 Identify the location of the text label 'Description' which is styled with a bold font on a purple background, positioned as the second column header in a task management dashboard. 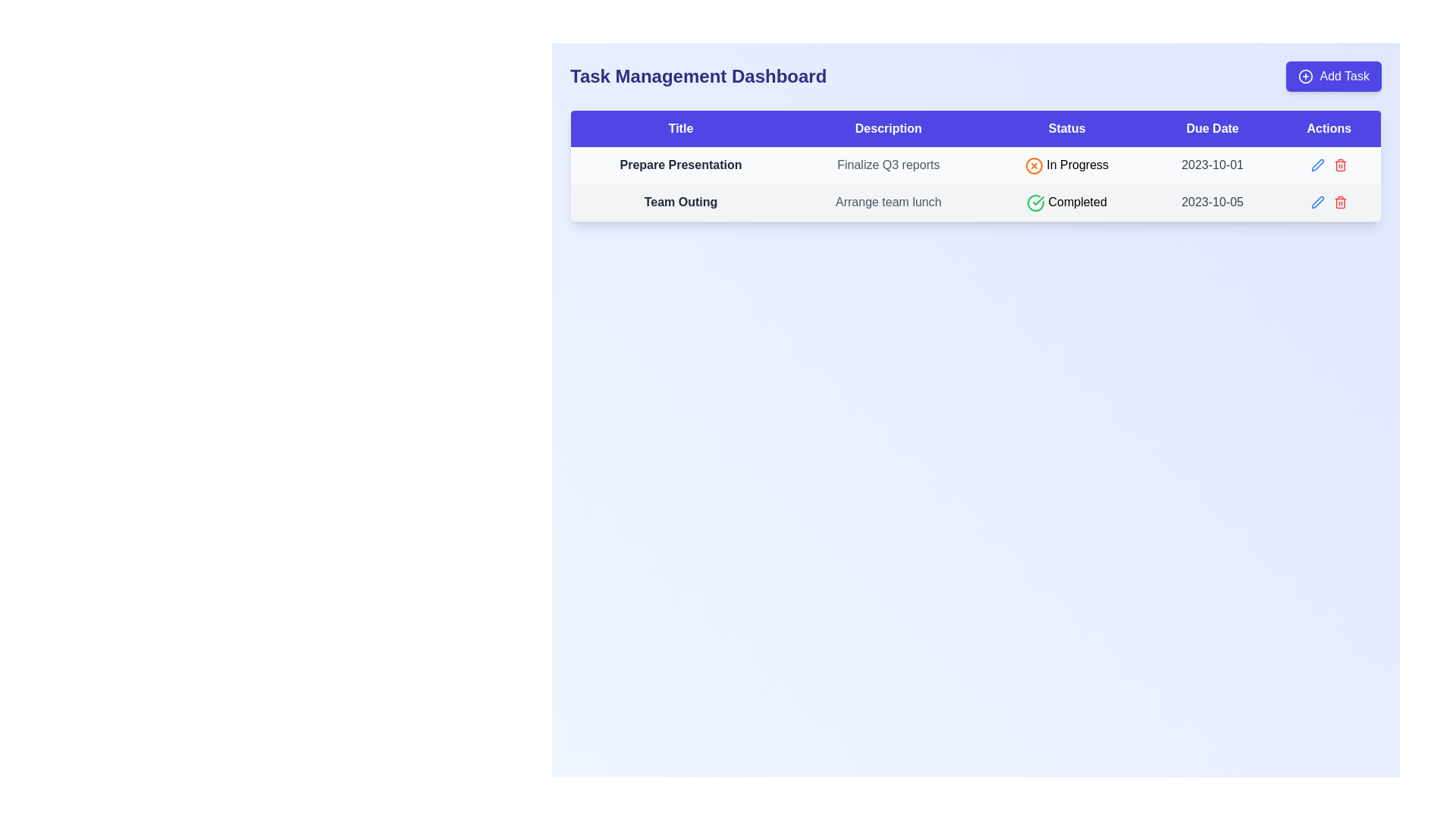
(888, 127).